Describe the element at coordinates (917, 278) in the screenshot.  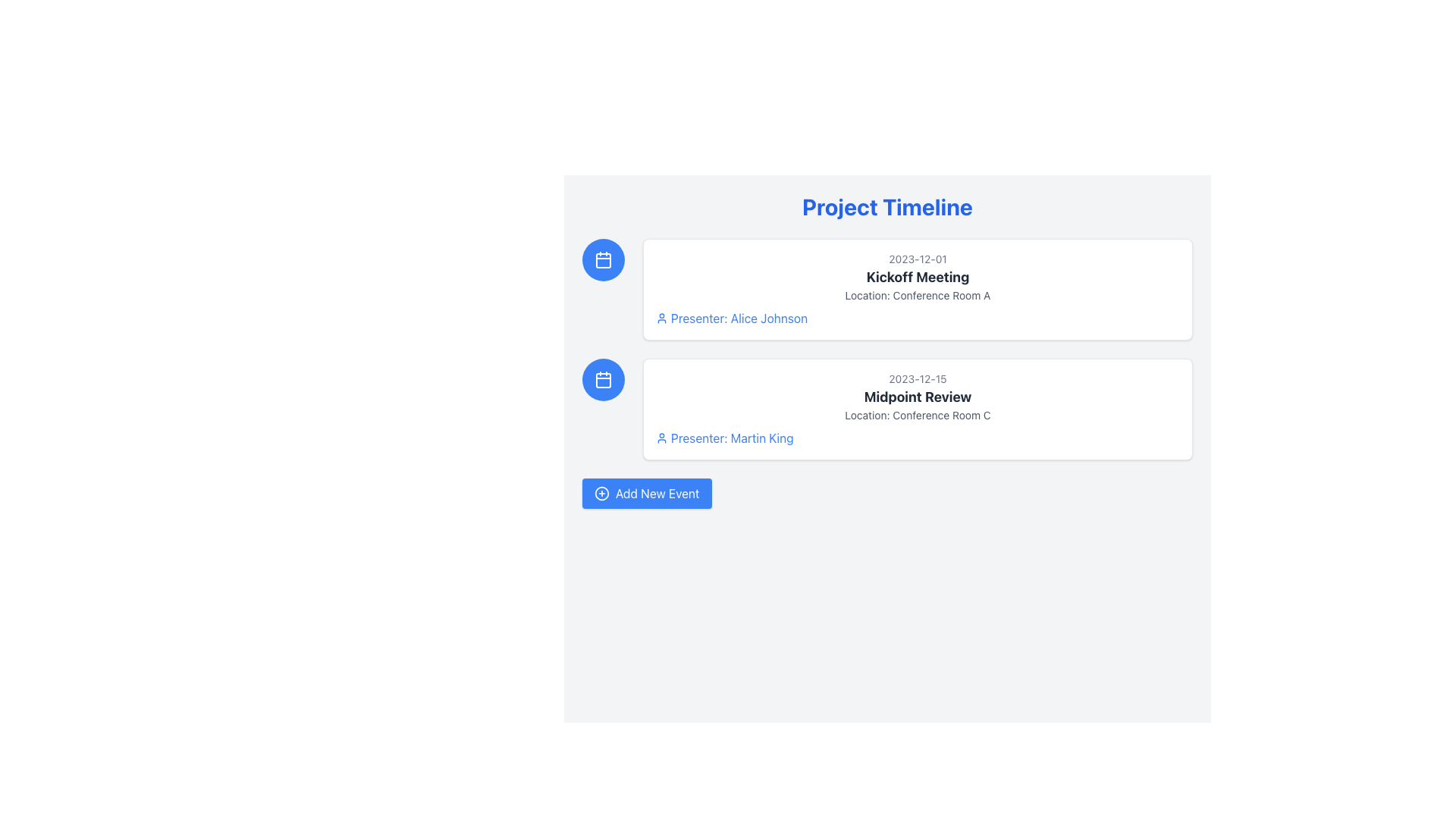
I see `the static text label displaying the title of the event, which is located below the date '2023-12-01' and above the details 'Location: Conference Room A'` at that location.